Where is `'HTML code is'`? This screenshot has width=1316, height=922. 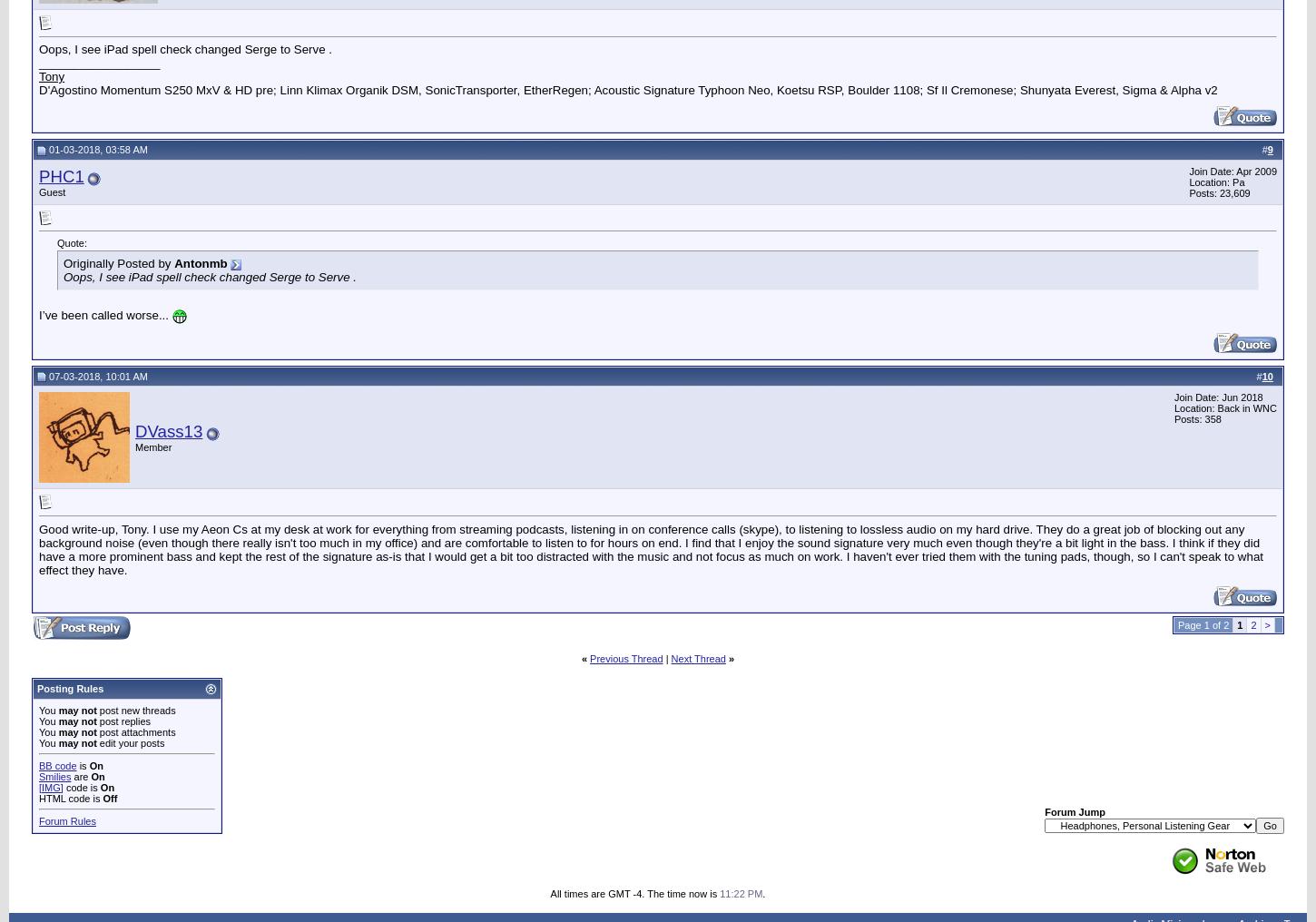 'HTML code is' is located at coordinates (71, 798).